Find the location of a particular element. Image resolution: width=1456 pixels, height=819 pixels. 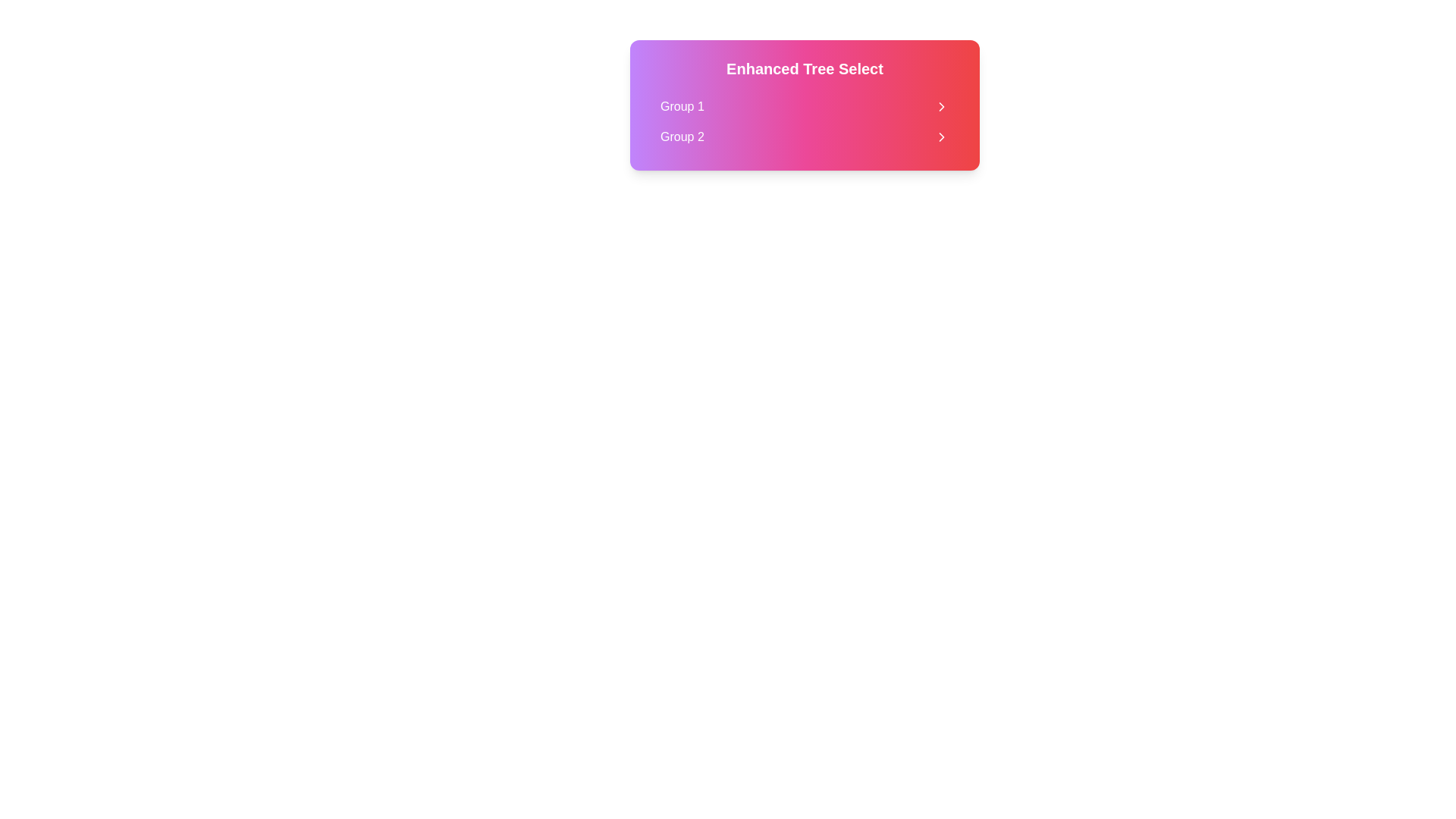

the right-pointing arrow icon associated with 'Group 2' is located at coordinates (941, 137).